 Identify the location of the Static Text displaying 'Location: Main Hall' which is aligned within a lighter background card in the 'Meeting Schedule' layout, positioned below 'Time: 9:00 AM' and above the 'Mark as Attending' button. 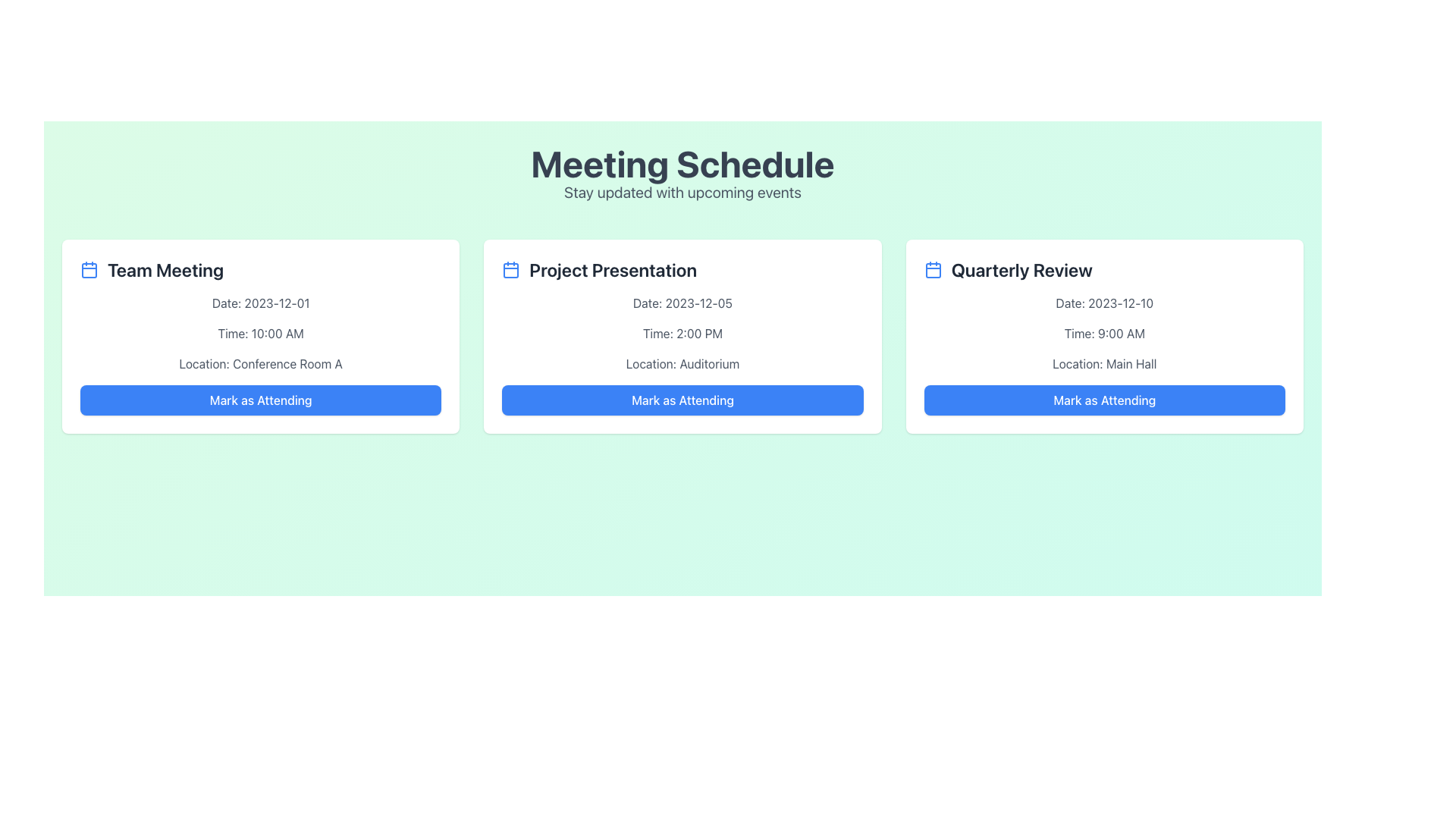
(1104, 363).